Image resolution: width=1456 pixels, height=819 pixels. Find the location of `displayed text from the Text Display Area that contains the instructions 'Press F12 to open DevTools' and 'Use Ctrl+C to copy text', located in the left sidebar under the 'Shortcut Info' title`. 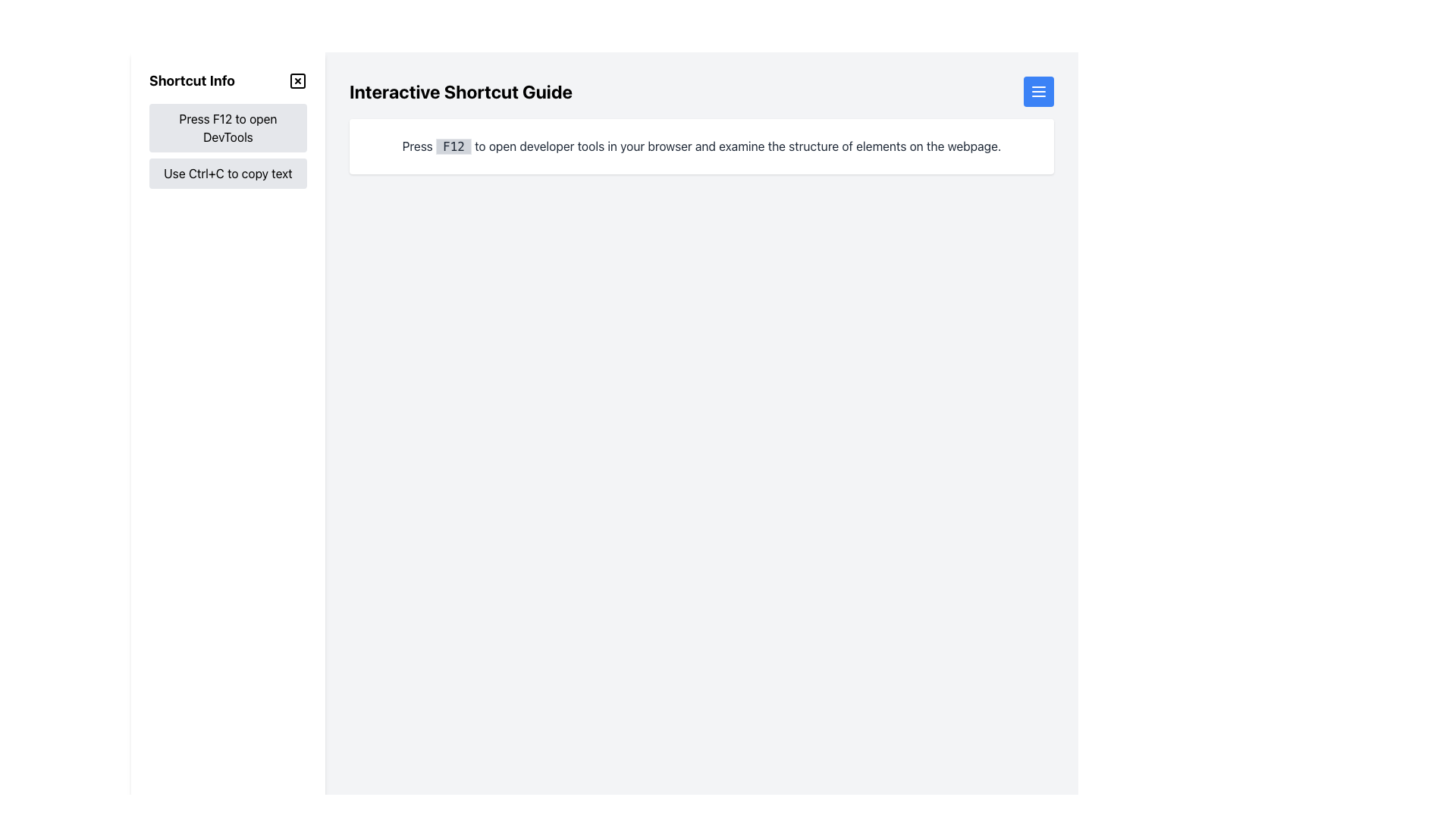

displayed text from the Text Display Area that contains the instructions 'Press F12 to open DevTools' and 'Use Ctrl+C to copy text', located in the left sidebar under the 'Shortcut Info' title is located at coordinates (227, 146).